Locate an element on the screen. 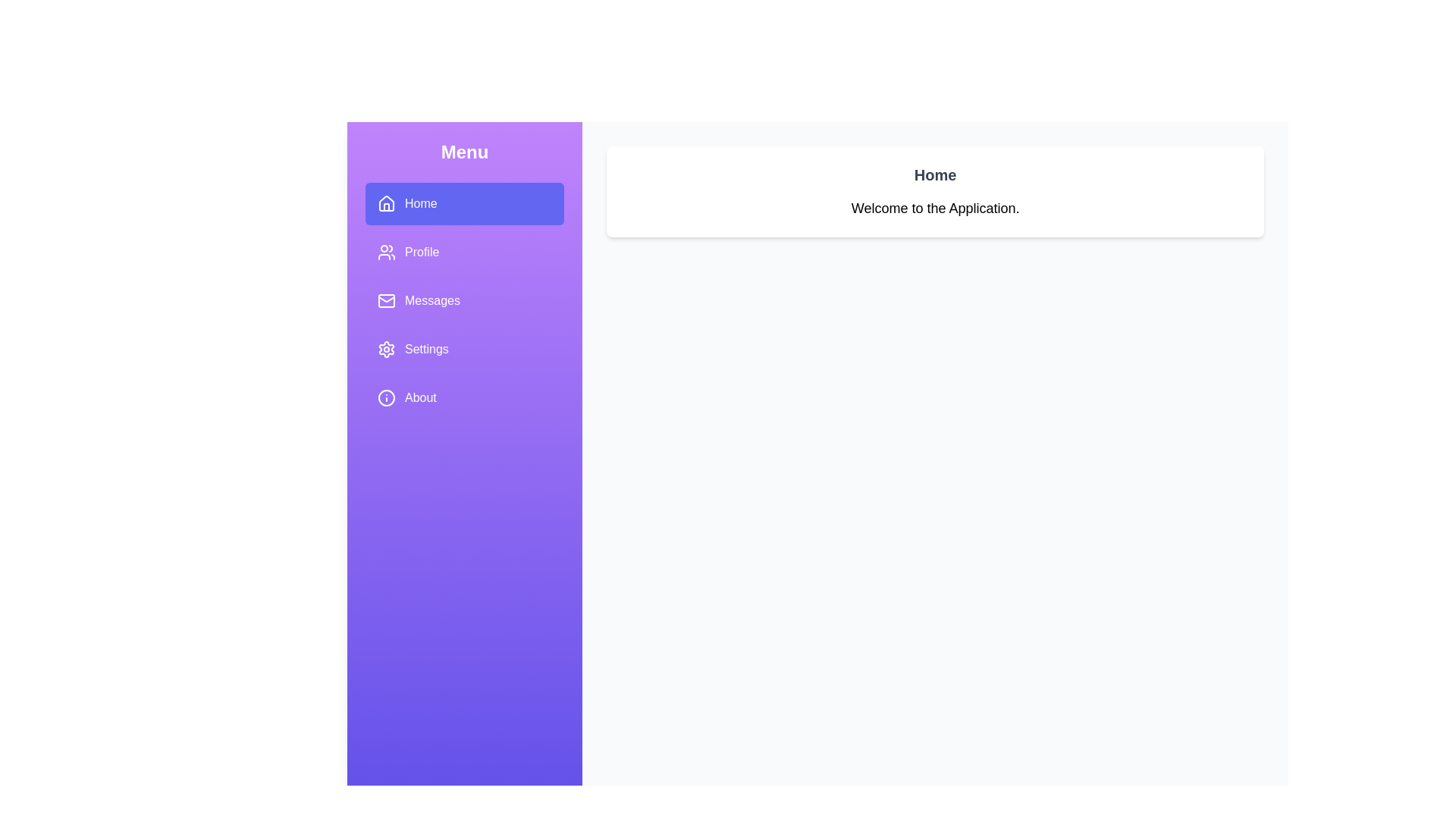  the vertically rectangular house icon located in the left-side menu, which features a roof-like structure at the top and a rectangular body below is located at coordinates (386, 207).